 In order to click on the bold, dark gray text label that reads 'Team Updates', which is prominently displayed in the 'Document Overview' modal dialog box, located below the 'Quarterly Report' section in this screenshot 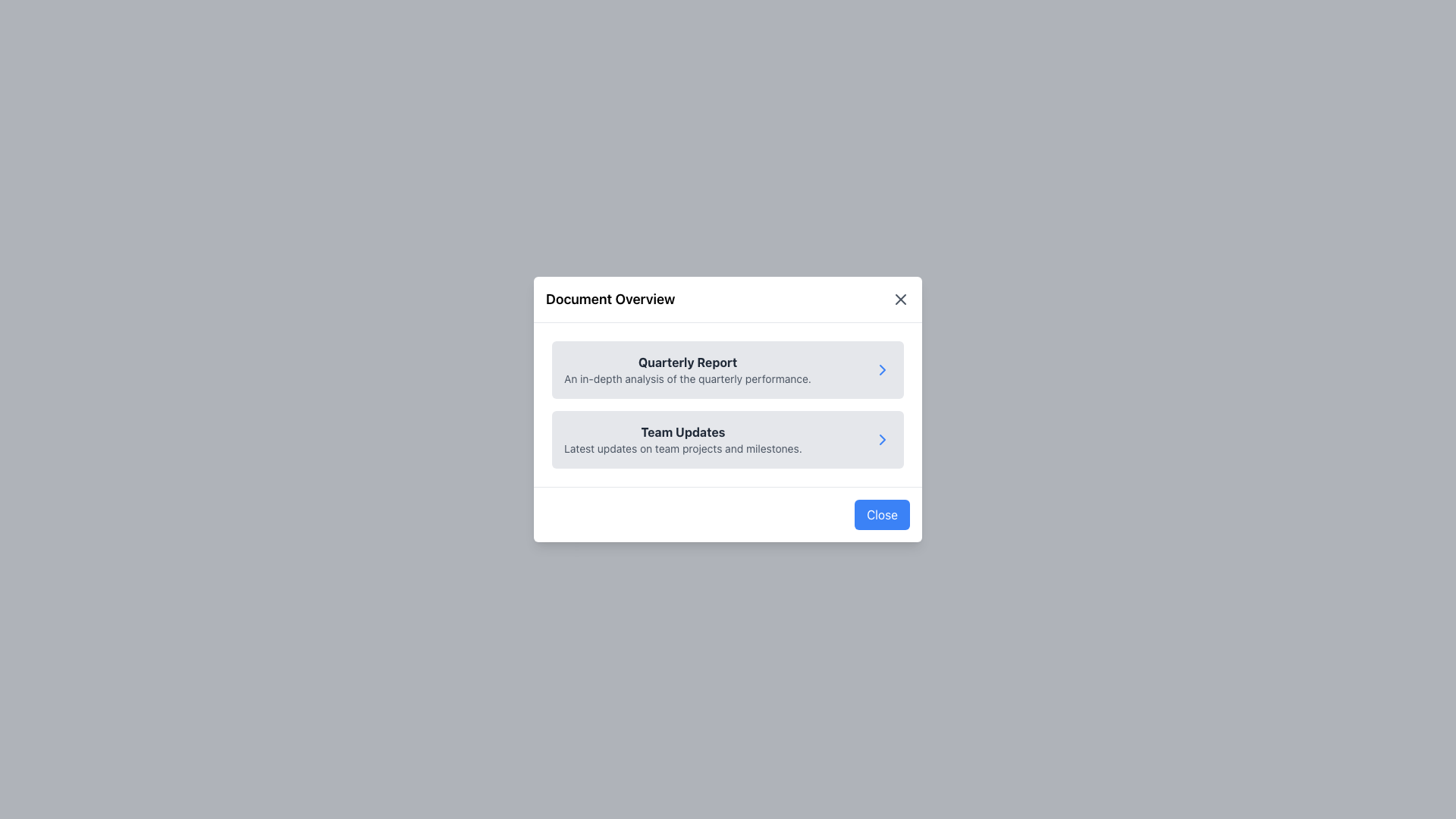, I will do `click(682, 432)`.